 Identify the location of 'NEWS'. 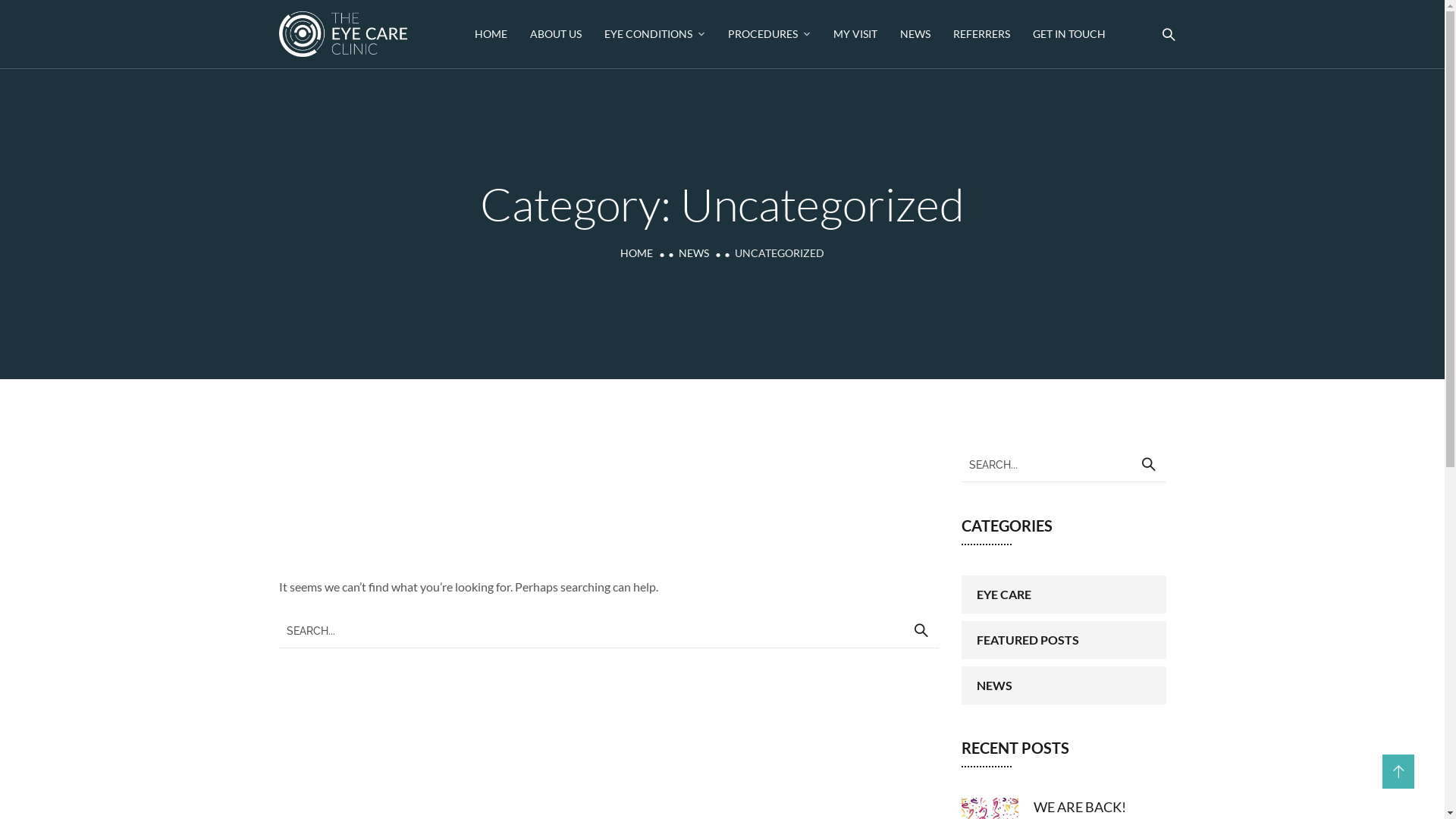
(1062, 685).